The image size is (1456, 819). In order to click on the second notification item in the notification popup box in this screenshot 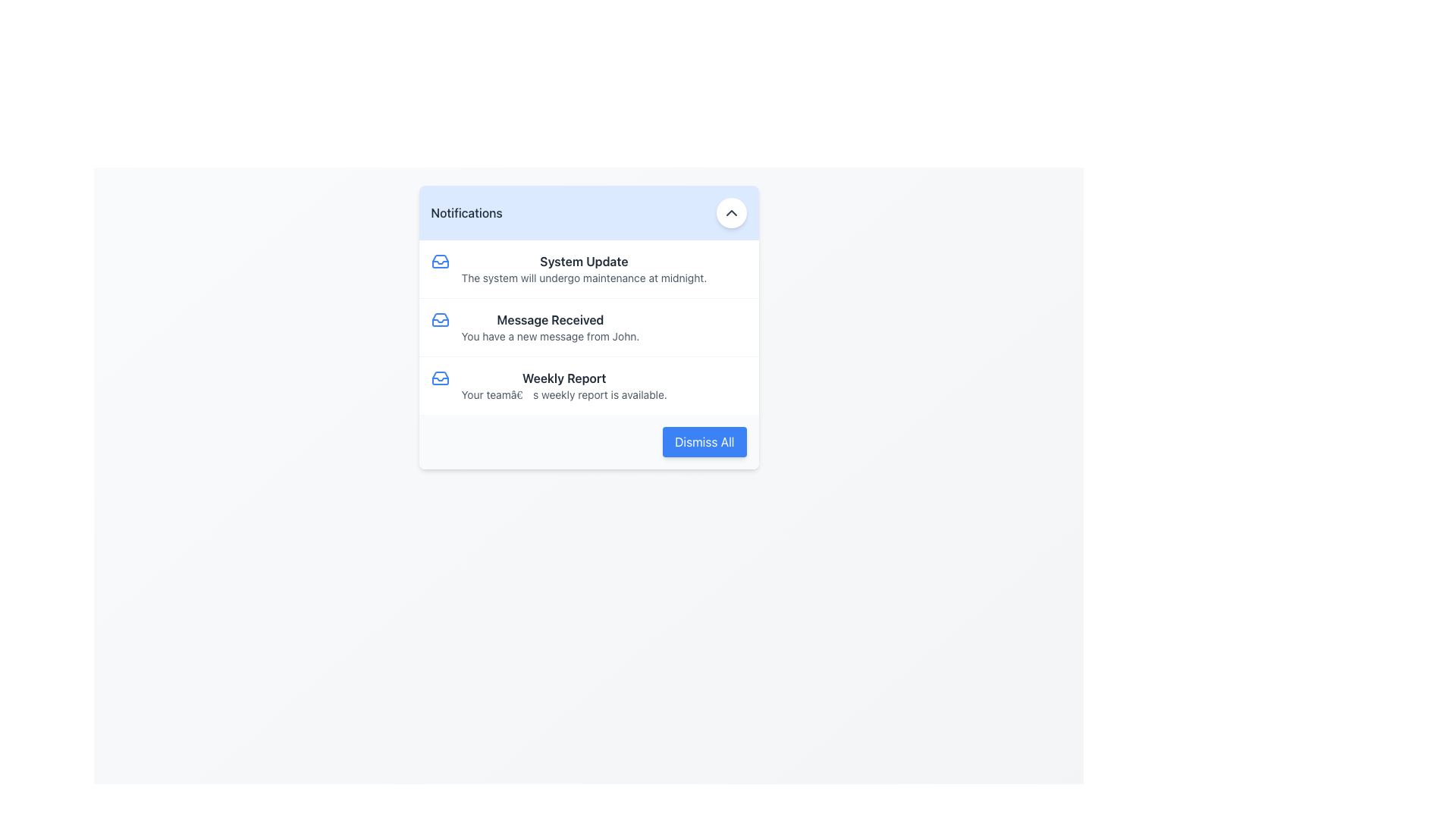, I will do `click(588, 327)`.